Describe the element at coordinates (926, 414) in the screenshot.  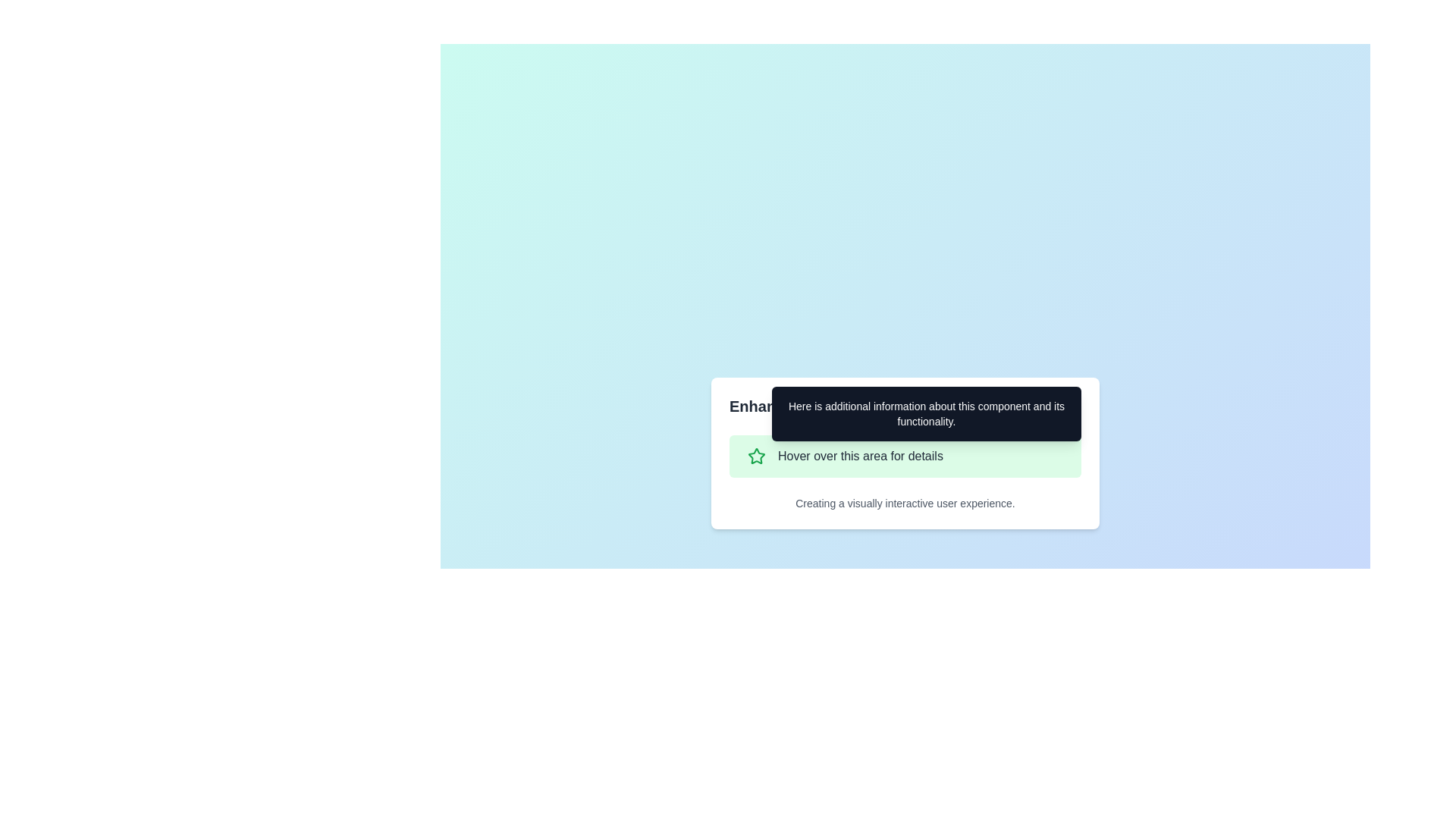
I see `the tooltip with dark gray background and white text that reads 'Here is additional information about this component and its functionality.'` at that location.